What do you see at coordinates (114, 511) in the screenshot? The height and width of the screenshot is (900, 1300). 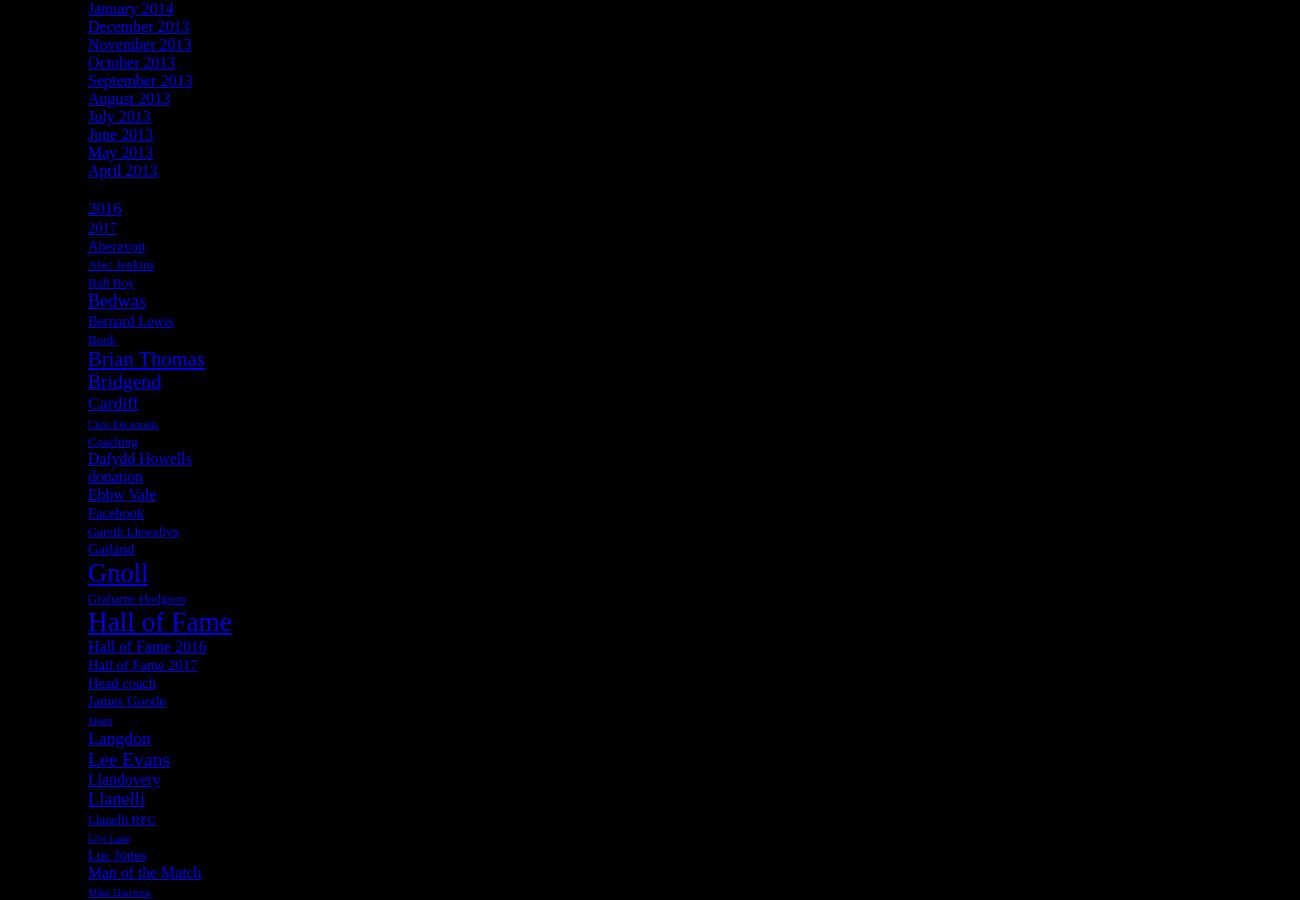 I see `'Facebook'` at bounding box center [114, 511].